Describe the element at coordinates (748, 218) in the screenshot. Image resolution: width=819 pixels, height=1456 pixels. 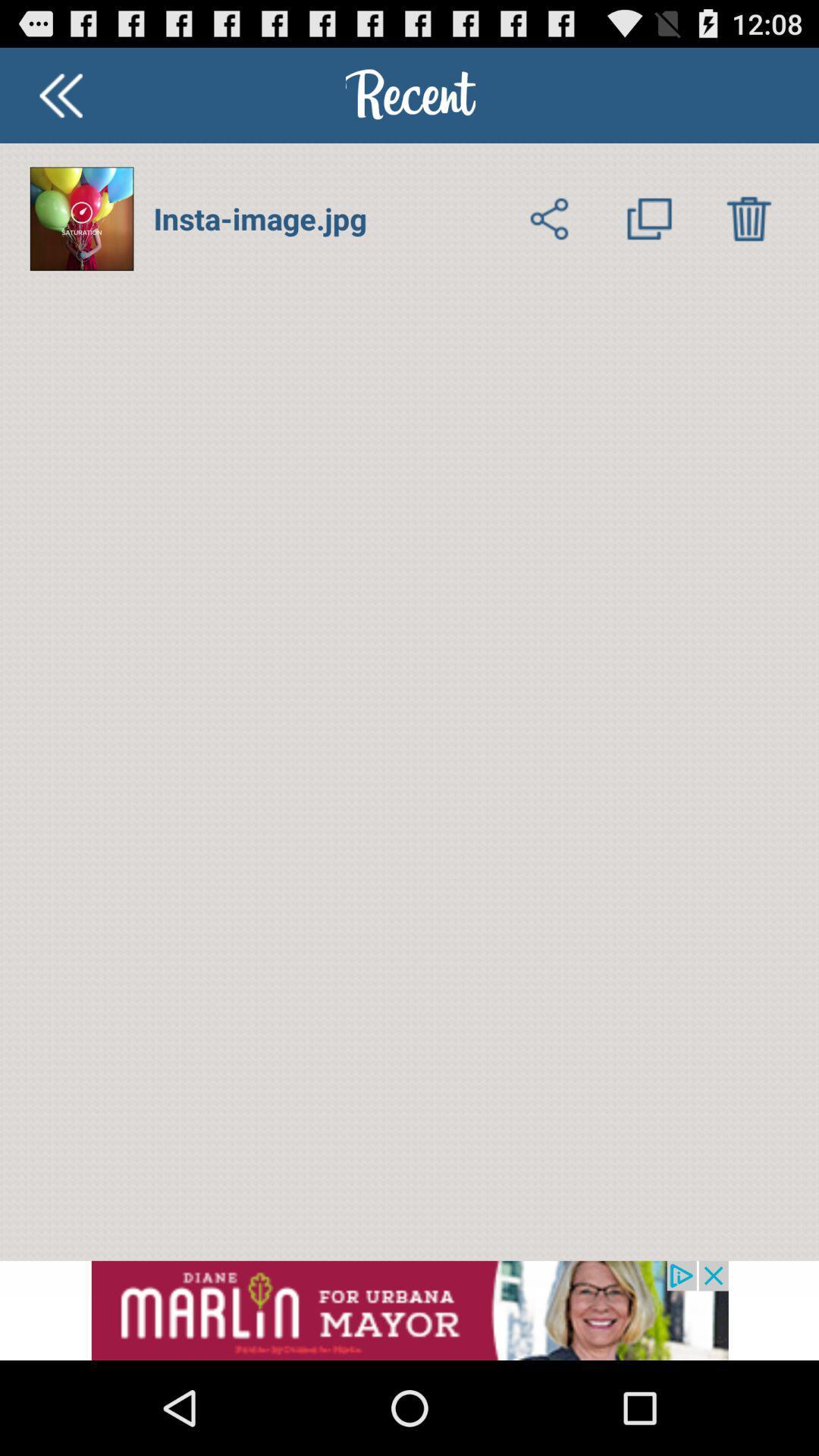
I see `delete option` at that location.